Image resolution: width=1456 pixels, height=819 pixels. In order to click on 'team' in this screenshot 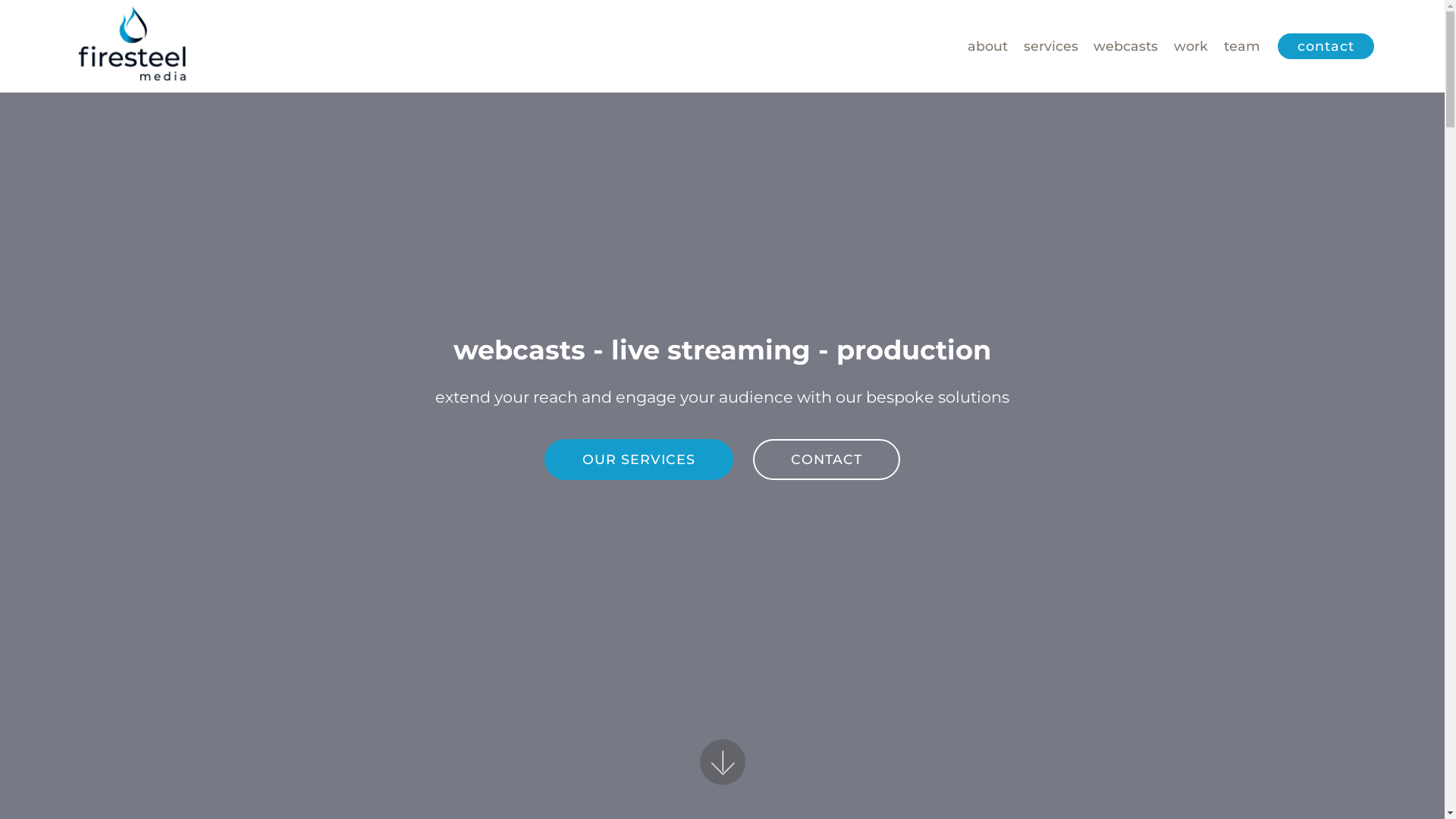, I will do `click(1241, 45)`.